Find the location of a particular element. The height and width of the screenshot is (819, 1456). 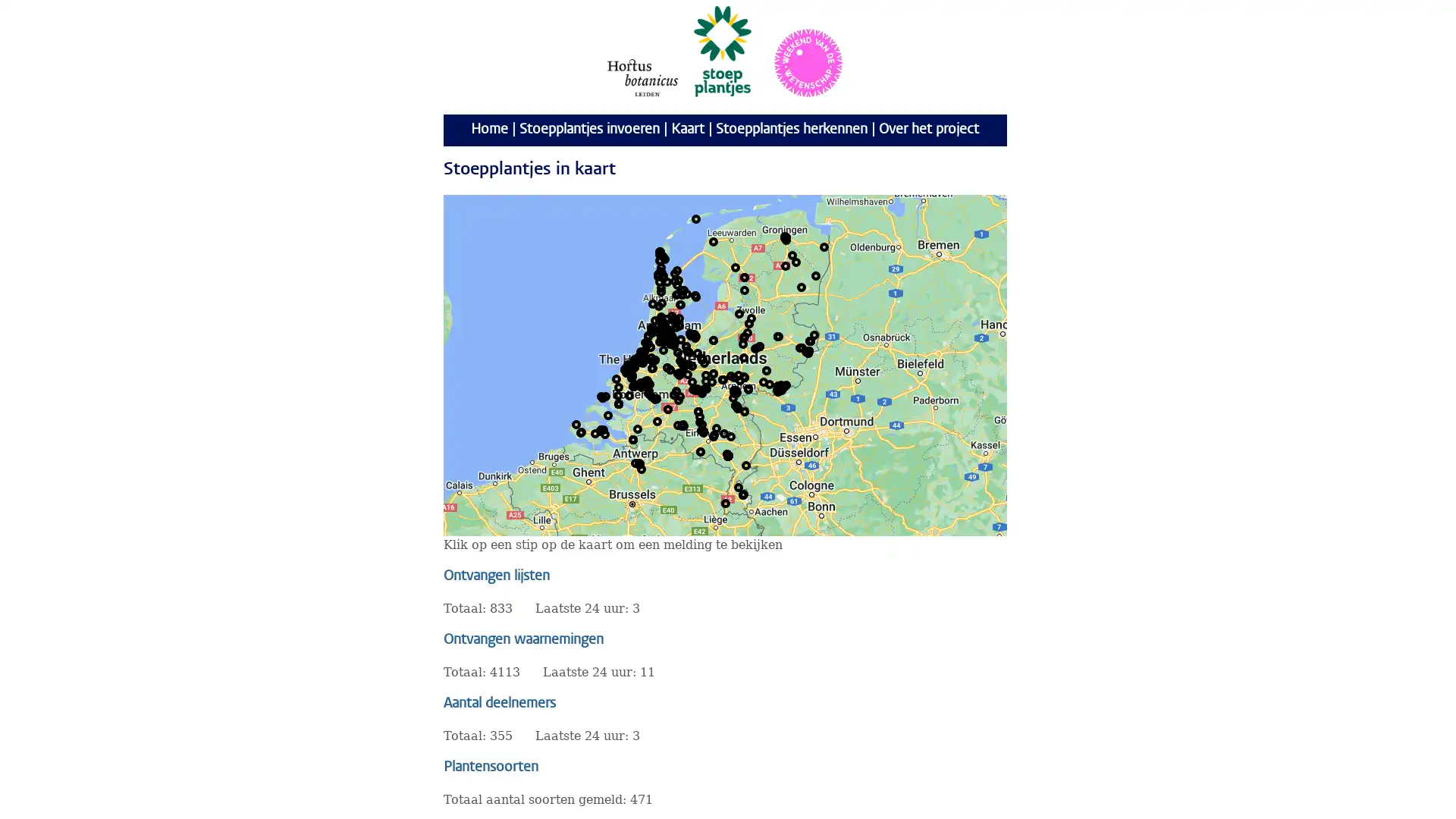

Telling van Nol van Kooten op 13 oktober 2021 is located at coordinates (673, 345).